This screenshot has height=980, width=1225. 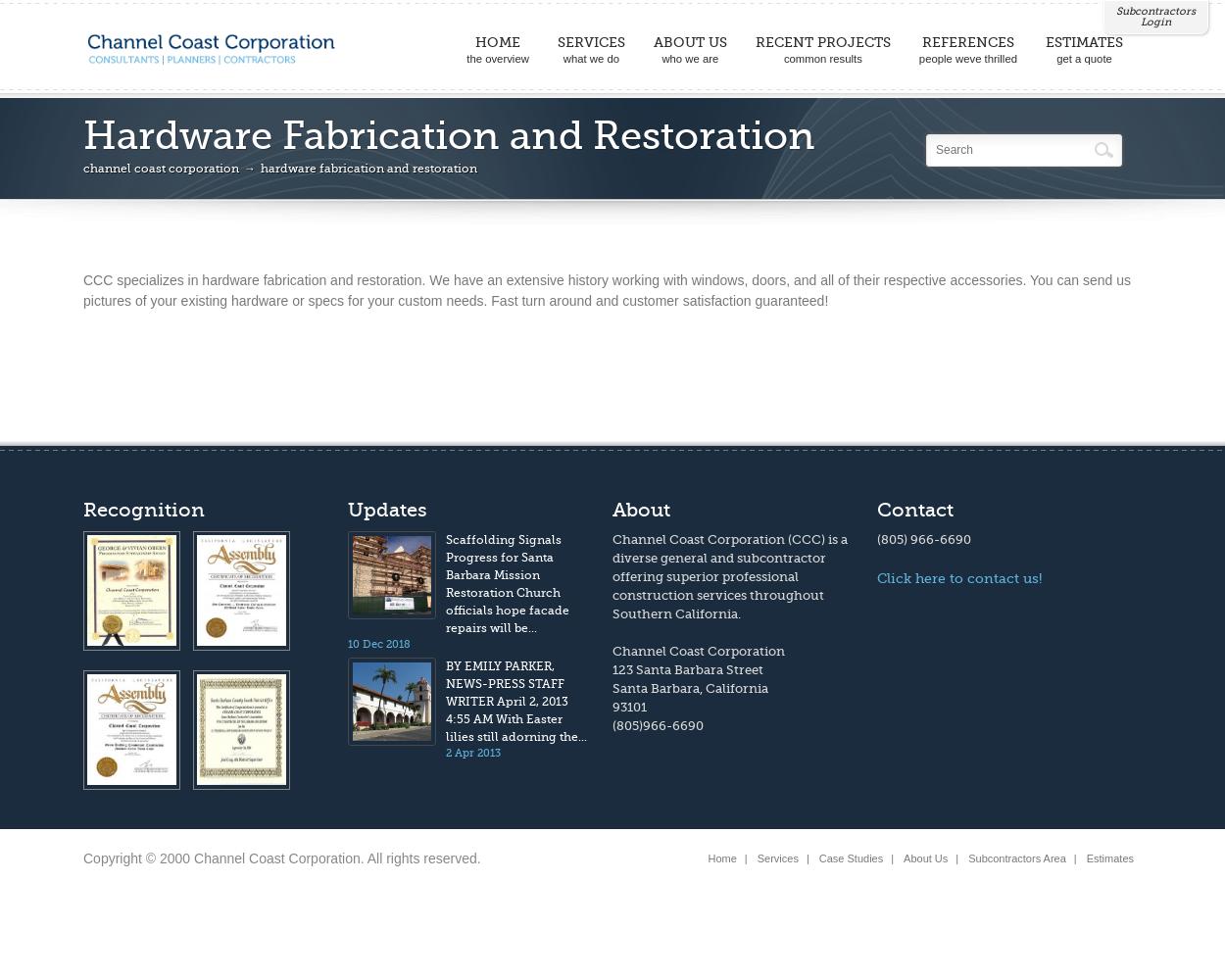 I want to click on 'CCC specializes in hardware fabrication and restoration. We have an extensive history working with windows, doors, and all of their respective accessories. You can send us pictures of your existing hardware or specs for your custom needs. Fast turn around and customer satisfaction guaranteed!', so click(x=82, y=290).